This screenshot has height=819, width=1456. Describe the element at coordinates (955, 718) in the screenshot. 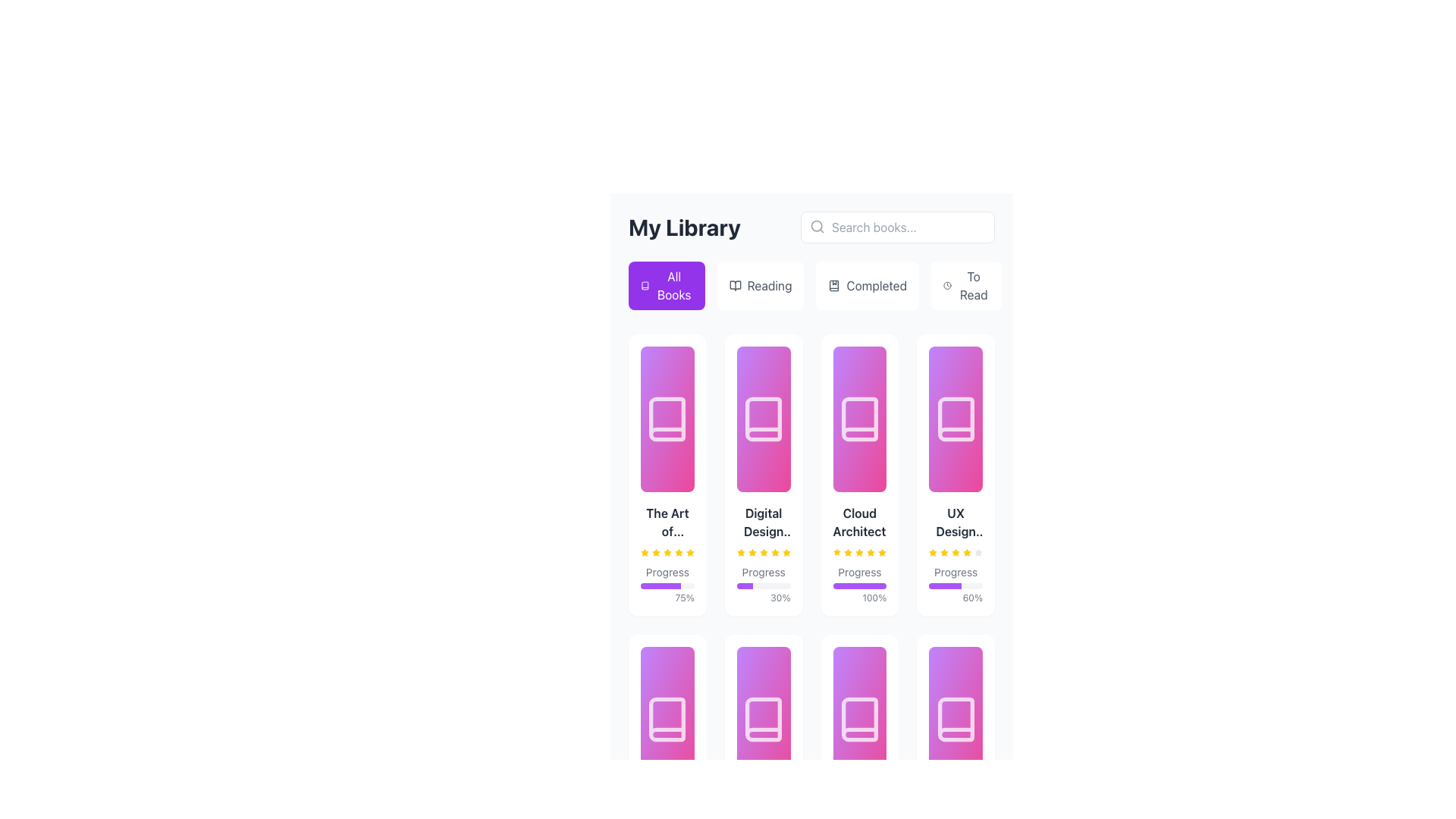

I see `the SVG icon representing a book, which is styled with a gradient pink-to-purple background and white strokes, located in the last tile of the second row in the 'My Library' interface` at that location.